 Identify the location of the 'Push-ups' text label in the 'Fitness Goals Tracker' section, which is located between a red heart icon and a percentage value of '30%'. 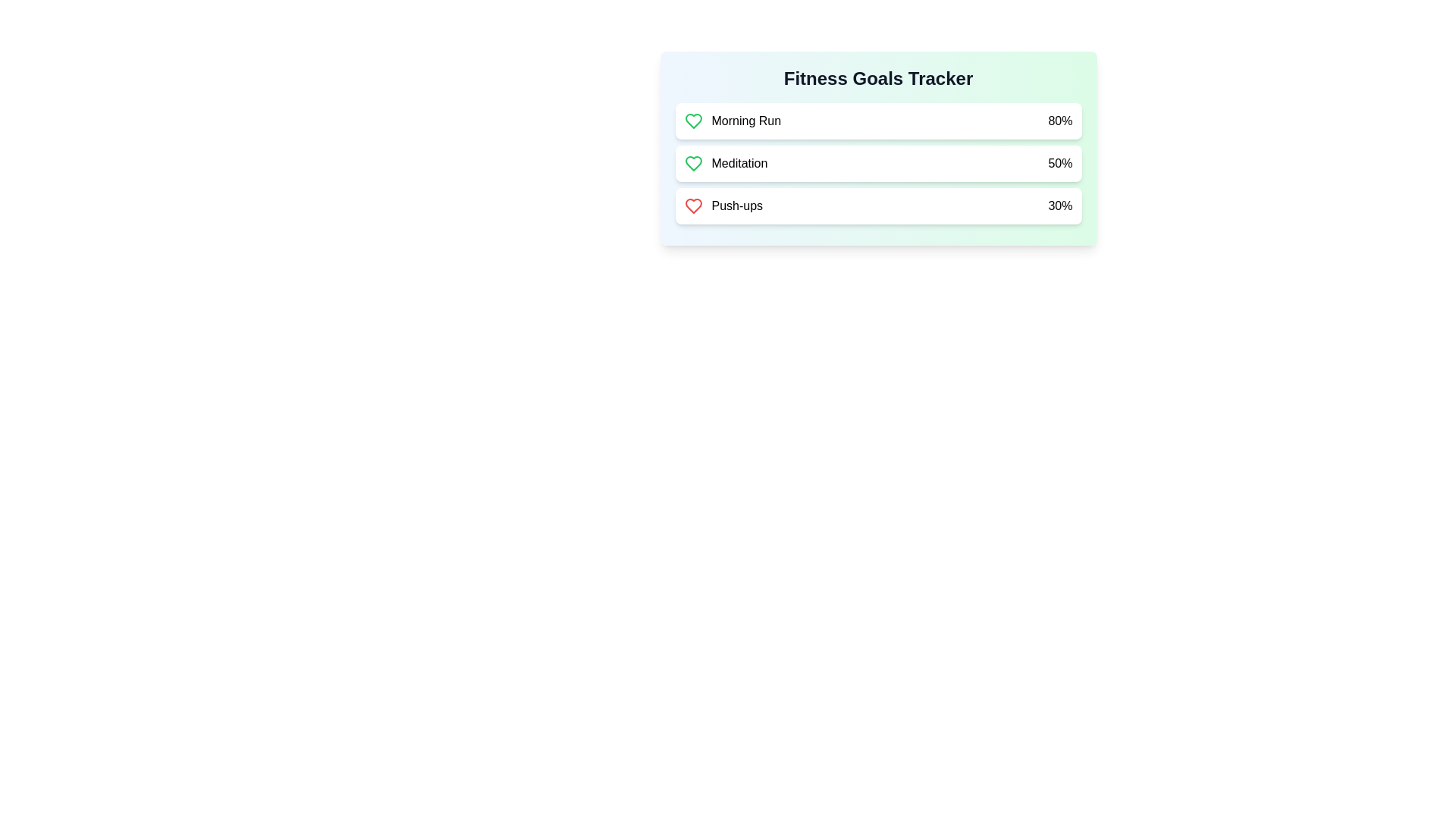
(737, 206).